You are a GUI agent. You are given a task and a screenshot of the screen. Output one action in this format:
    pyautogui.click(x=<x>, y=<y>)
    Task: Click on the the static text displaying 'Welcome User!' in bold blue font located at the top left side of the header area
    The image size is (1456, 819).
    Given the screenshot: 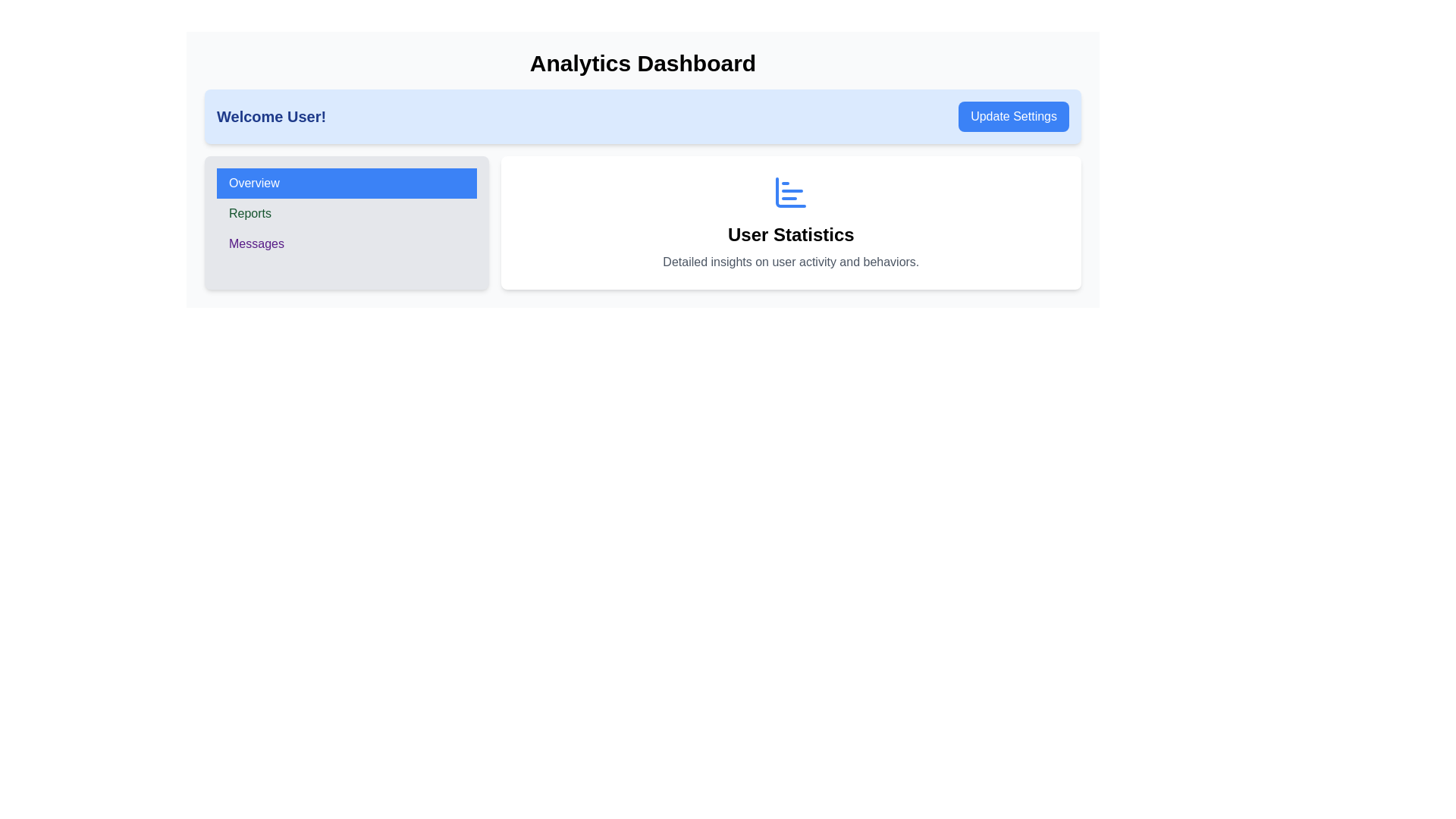 What is the action you would take?
    pyautogui.click(x=271, y=116)
    